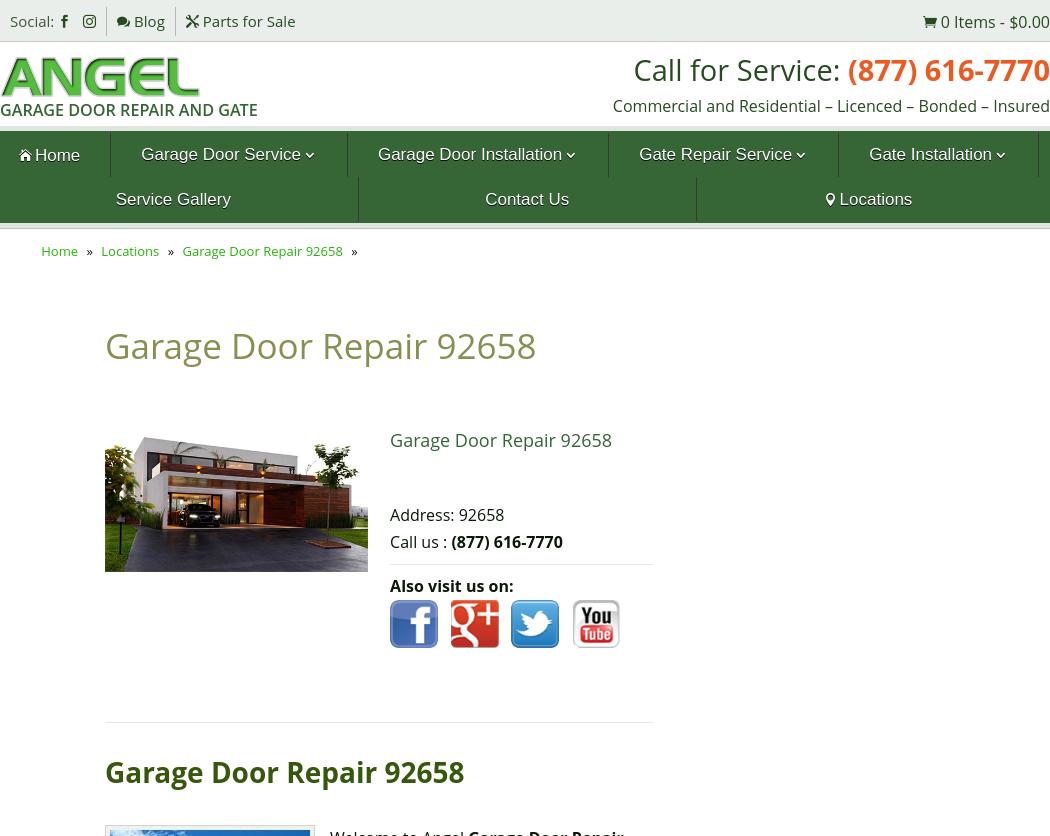  Describe the element at coordinates (916, 282) in the screenshot. I see `'Overhead Gate'` at that location.